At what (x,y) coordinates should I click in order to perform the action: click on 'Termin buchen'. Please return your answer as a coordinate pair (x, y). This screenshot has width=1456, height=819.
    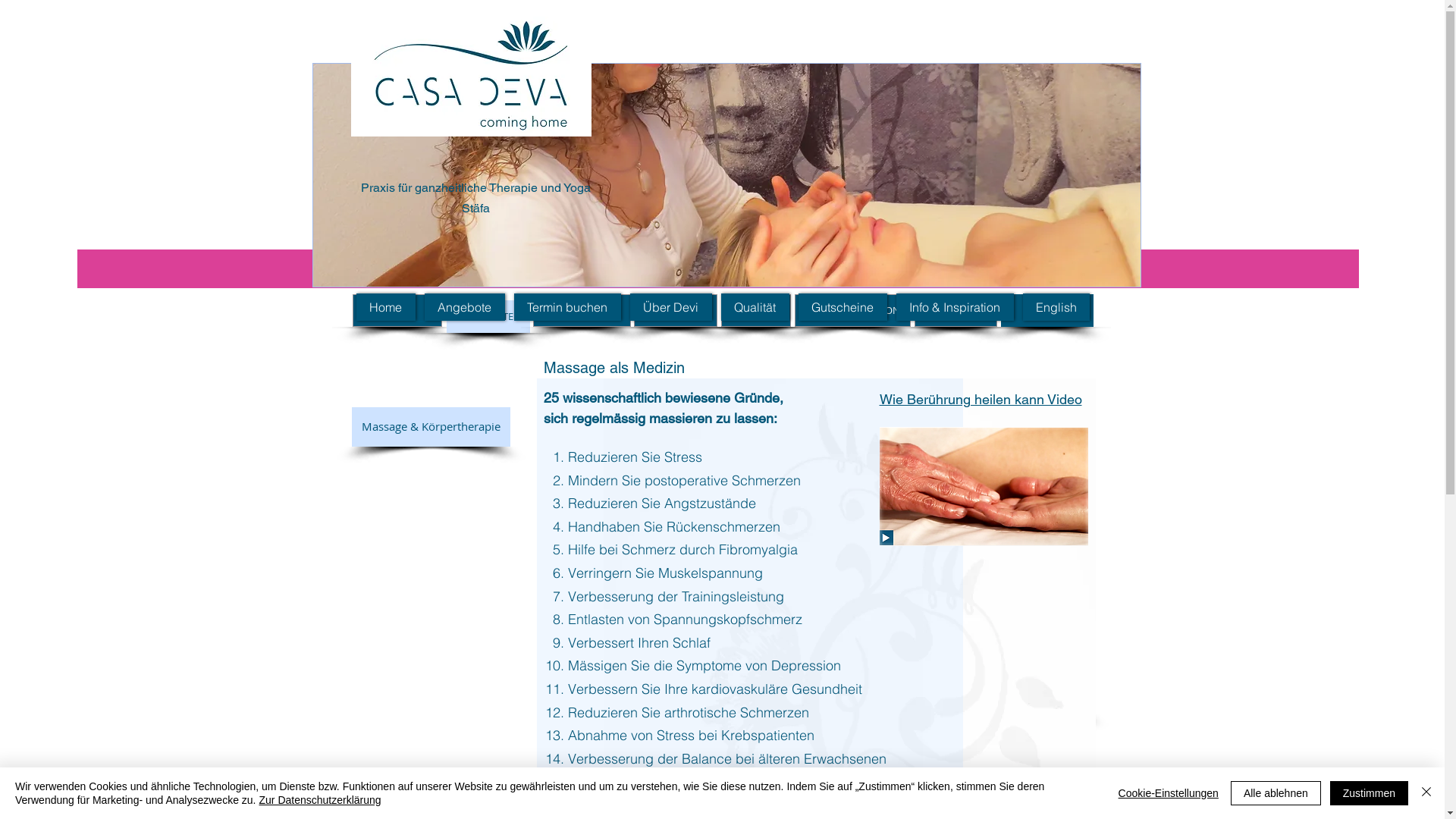
    Looking at the image, I should click on (566, 307).